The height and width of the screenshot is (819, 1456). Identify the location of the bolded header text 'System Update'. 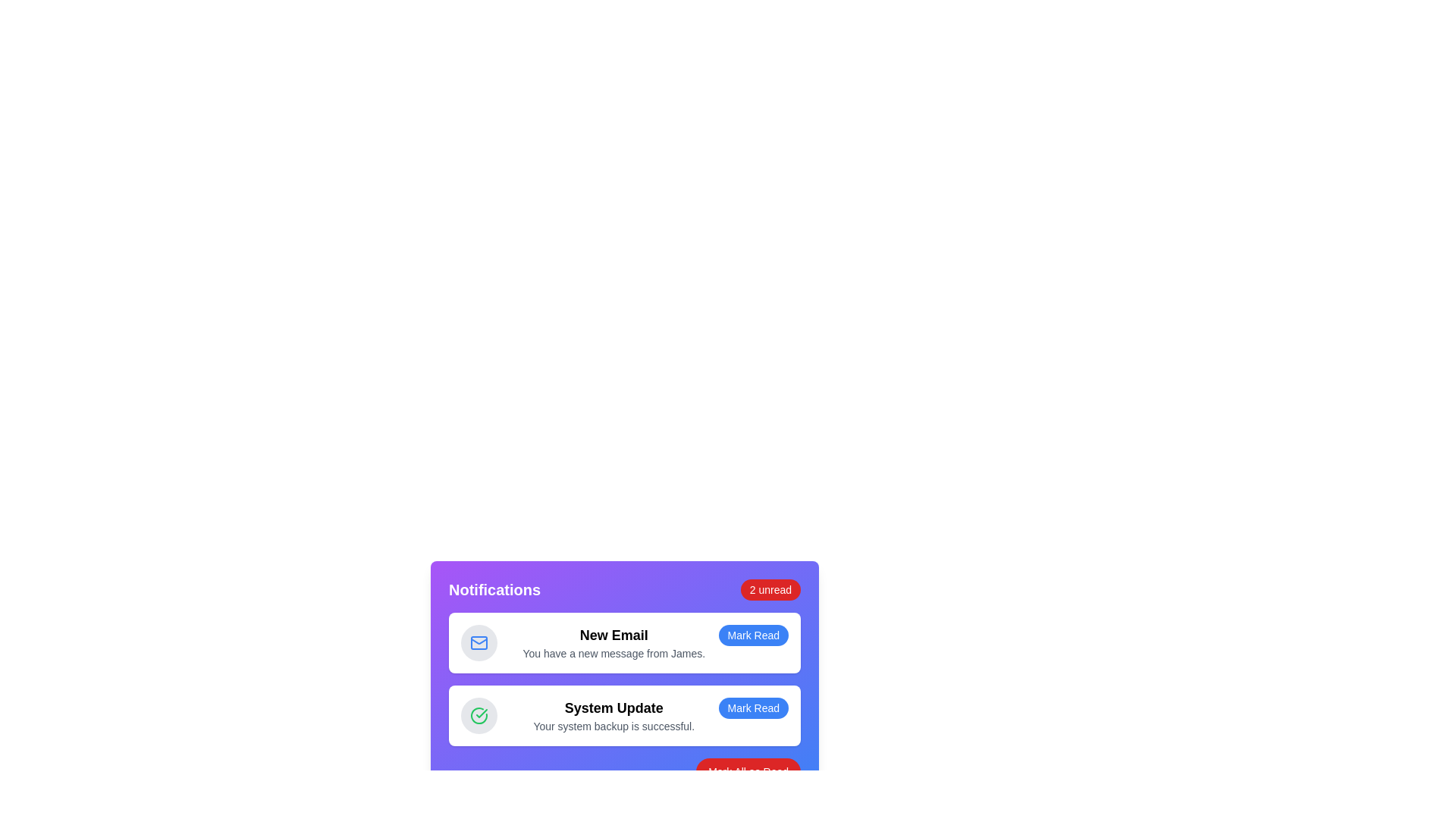
(613, 708).